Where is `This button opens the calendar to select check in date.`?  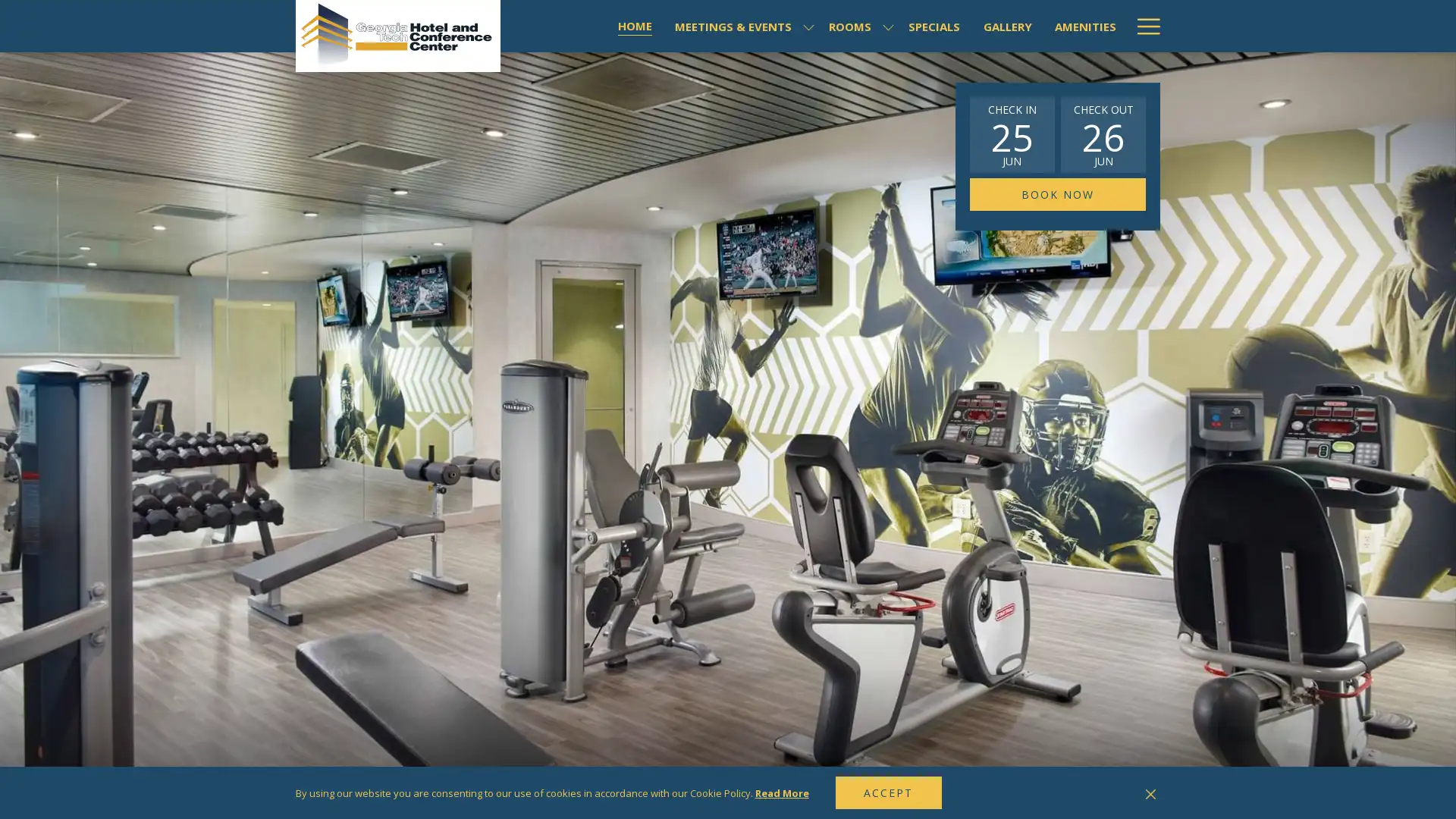 This button opens the calendar to select check in date. is located at coordinates (1012, 133).